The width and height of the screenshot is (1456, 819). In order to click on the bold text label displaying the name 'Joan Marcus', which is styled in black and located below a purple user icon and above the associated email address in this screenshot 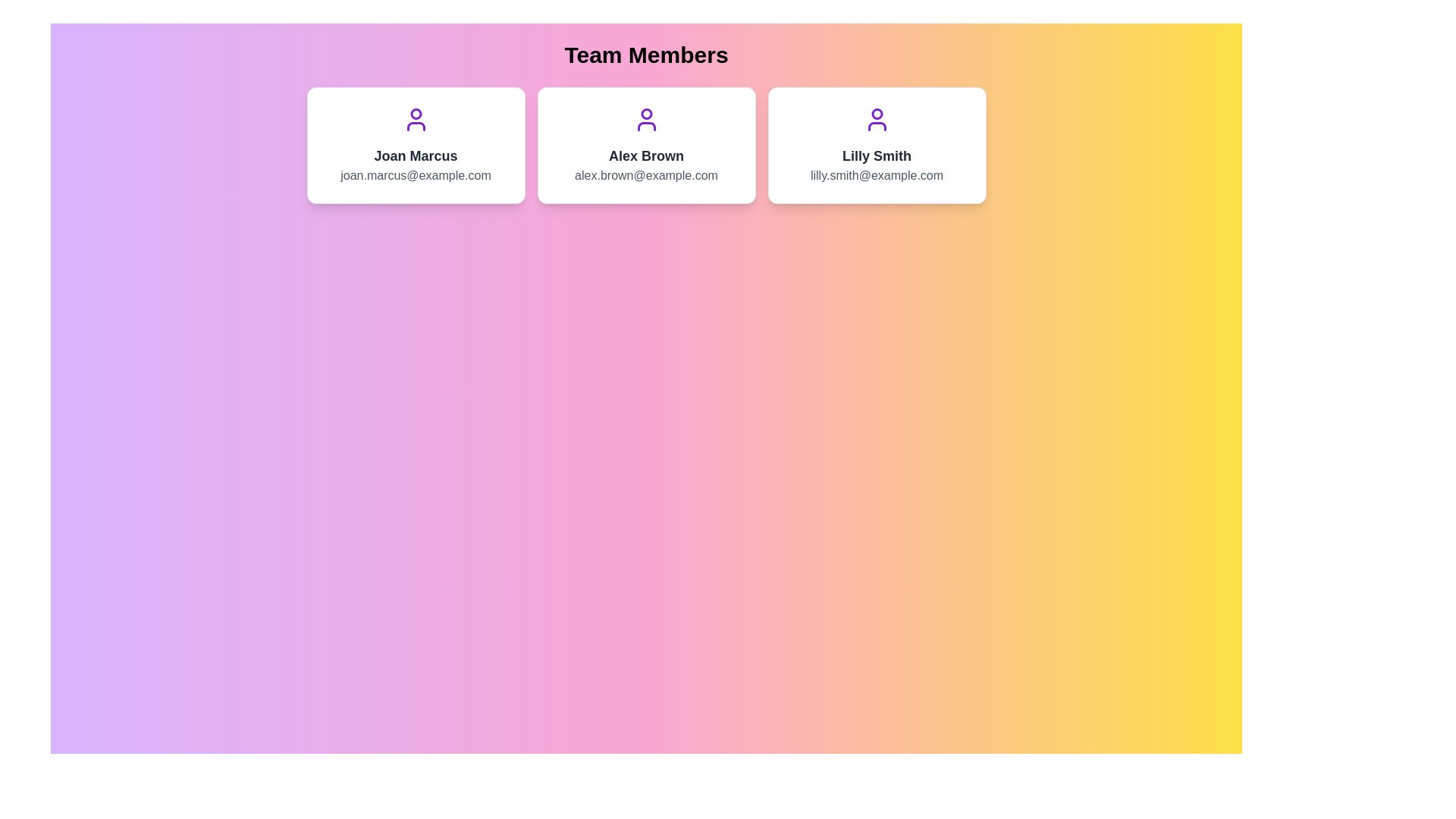, I will do `click(416, 155)`.